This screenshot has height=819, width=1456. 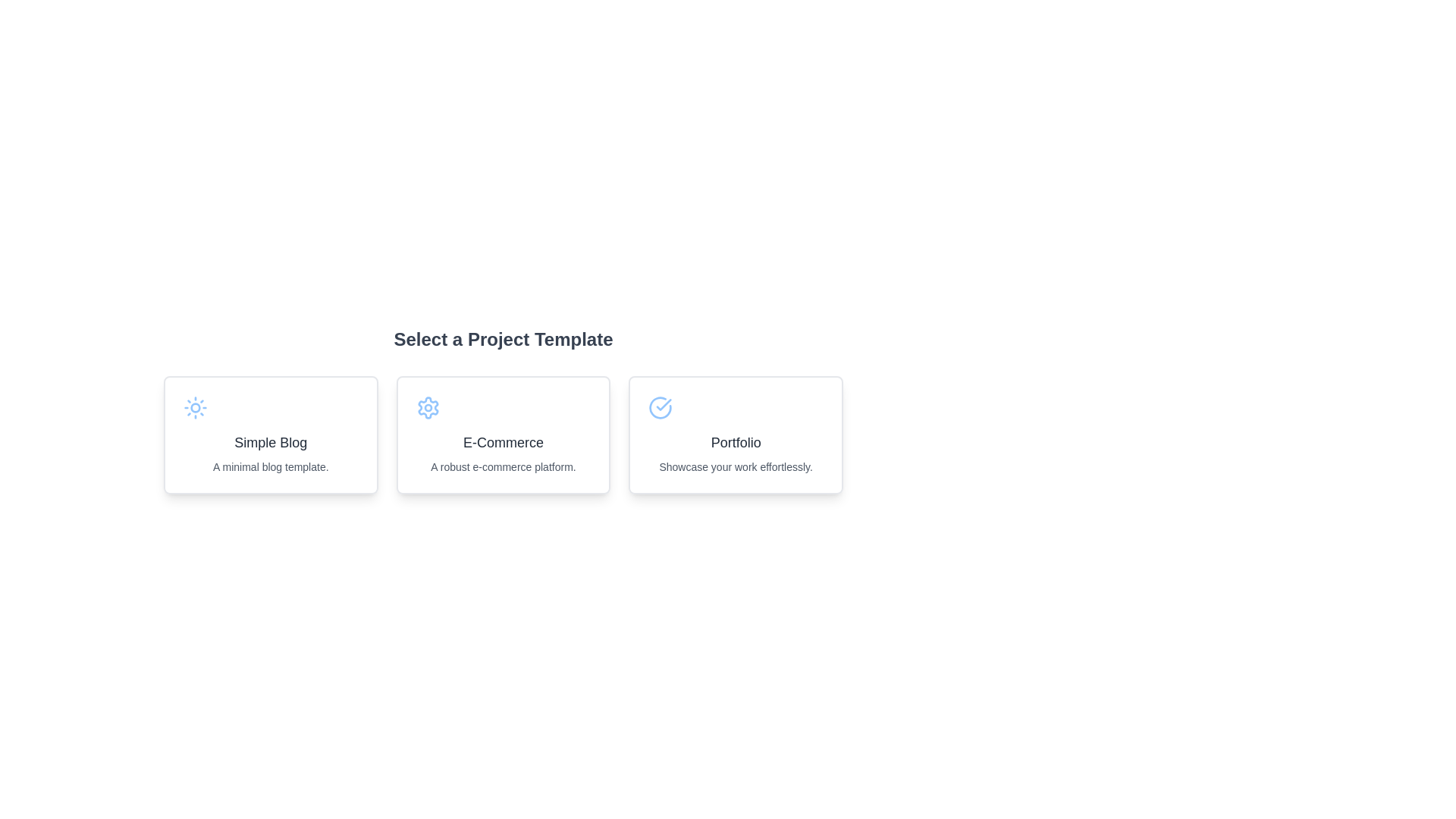 What do you see at coordinates (427, 406) in the screenshot?
I see `the light blue gear icon representing settings within the 'E-Commerce' card, positioned above the 'E-Commerce' text` at bounding box center [427, 406].